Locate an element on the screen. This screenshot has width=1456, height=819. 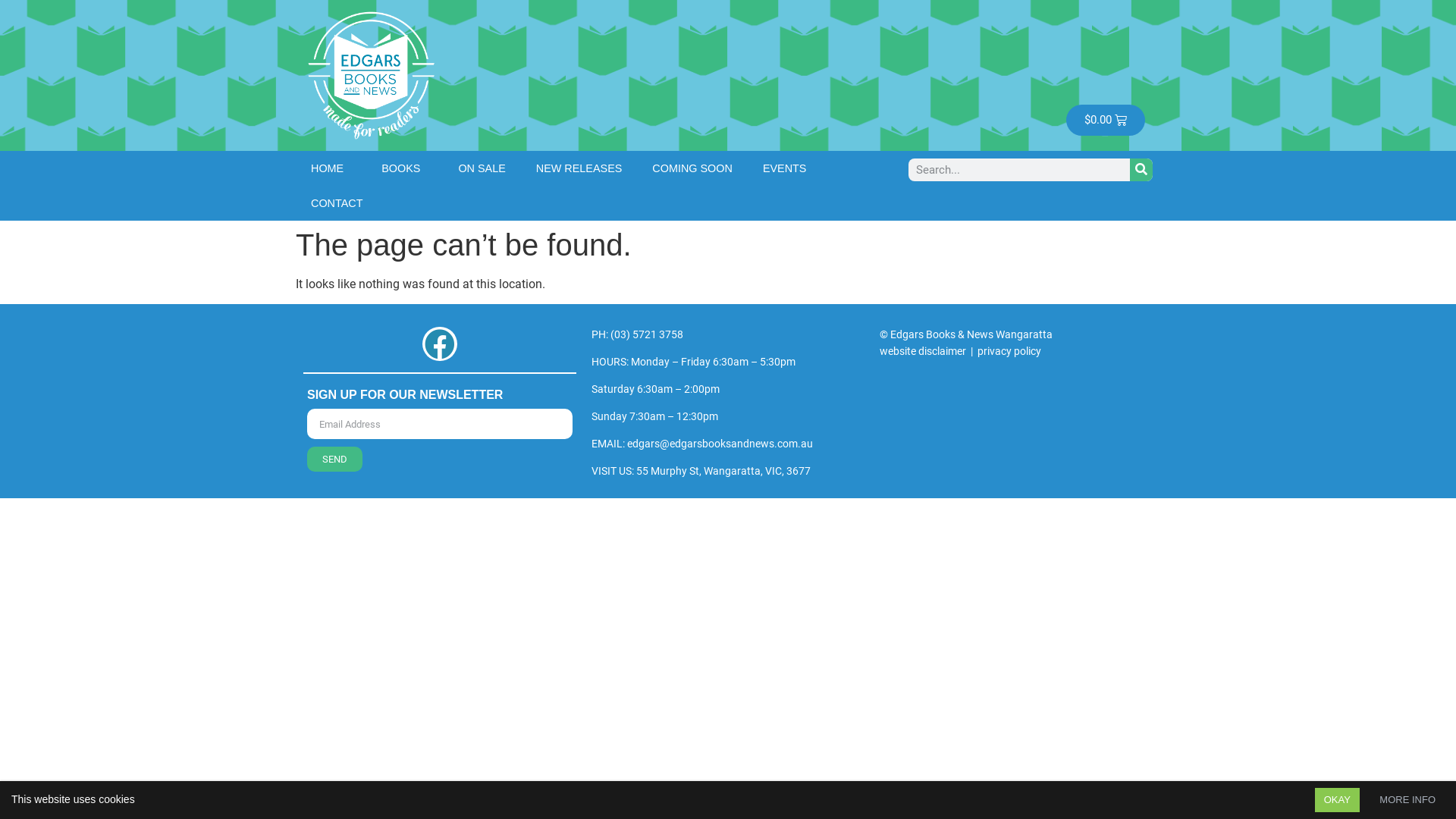
'$0.00' is located at coordinates (1106, 119).